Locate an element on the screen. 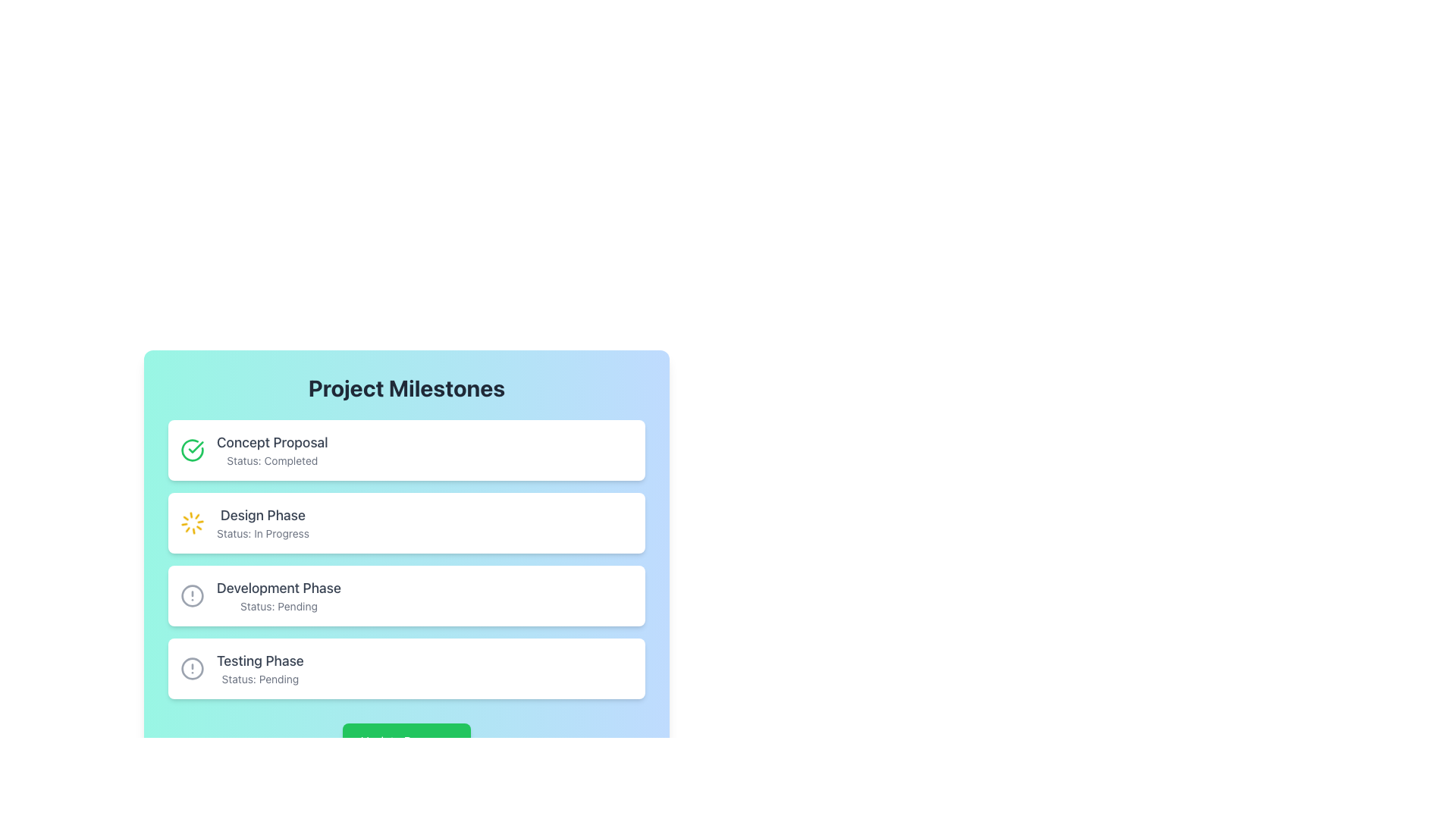 The image size is (1456, 819). the Text Label that serves as the title for the 'Design Phase' milestone, which is positioned in the second milestone box from the top, aligned to the left above 'Status: In Progress' is located at coordinates (262, 514).